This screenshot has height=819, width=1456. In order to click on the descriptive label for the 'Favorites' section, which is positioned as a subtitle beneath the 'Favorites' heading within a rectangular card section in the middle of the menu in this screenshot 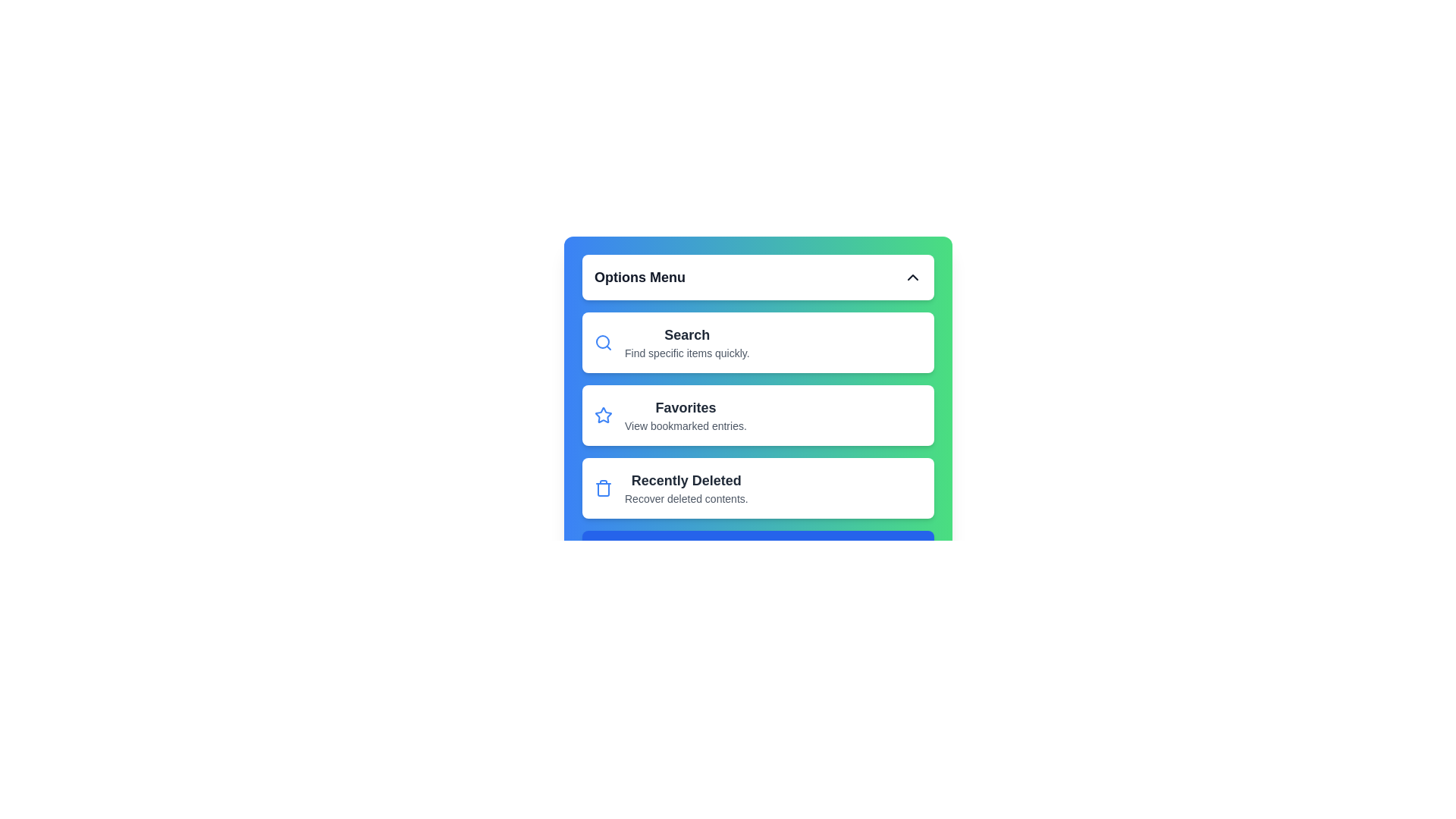, I will do `click(685, 426)`.